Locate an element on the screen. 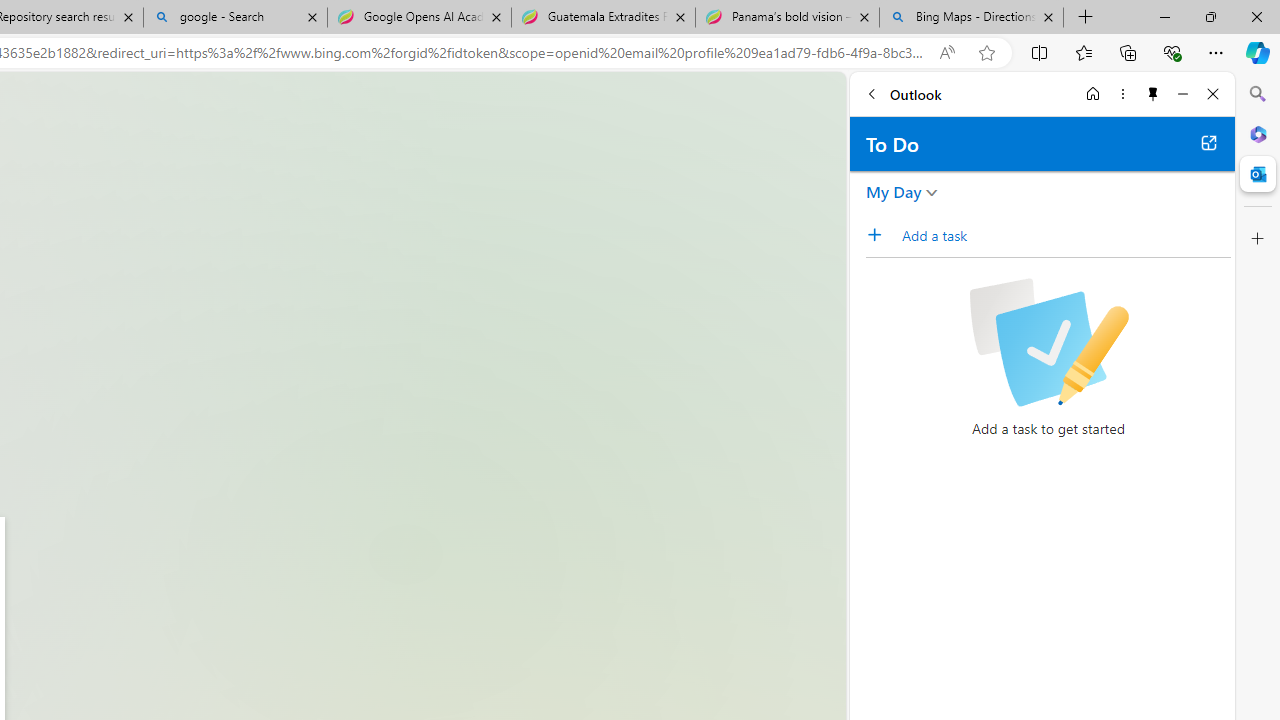 The image size is (1280, 720). 'Google Opens AI Academy for Startups - Nearshore Americas' is located at coordinates (418, 17).